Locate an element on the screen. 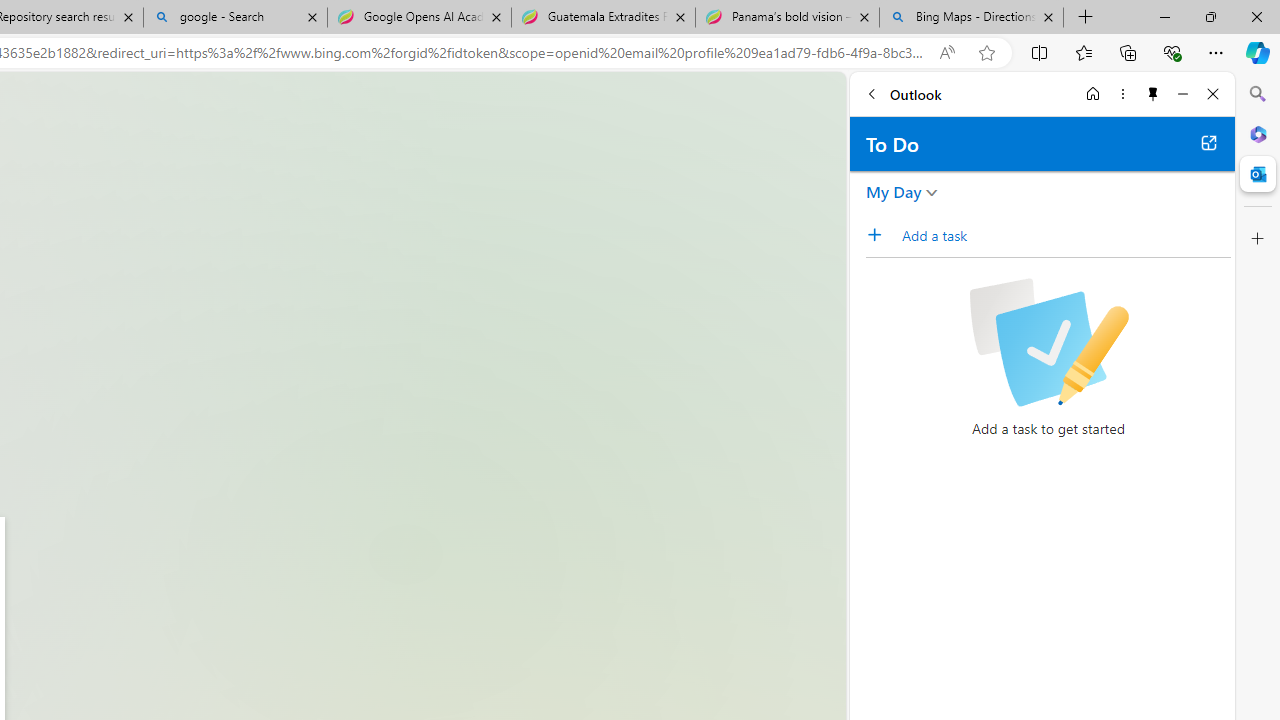 The image size is (1280, 720). 'Google Opens AI Academy for Startups - Nearshore Americas' is located at coordinates (418, 17).